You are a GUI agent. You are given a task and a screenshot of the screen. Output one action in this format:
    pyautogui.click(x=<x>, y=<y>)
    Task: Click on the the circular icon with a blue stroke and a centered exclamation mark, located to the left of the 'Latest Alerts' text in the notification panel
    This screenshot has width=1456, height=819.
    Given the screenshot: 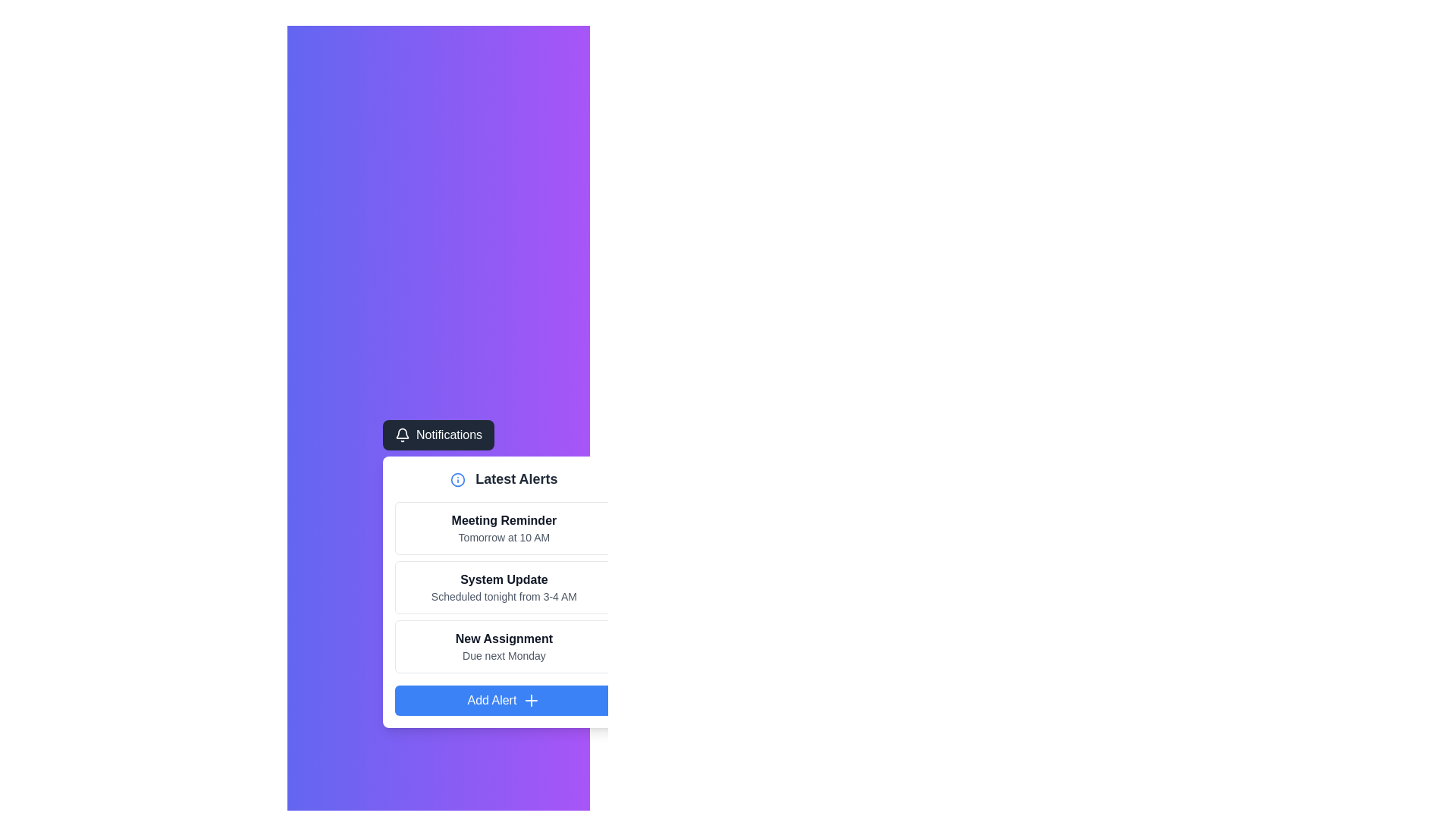 What is the action you would take?
    pyautogui.click(x=457, y=480)
    